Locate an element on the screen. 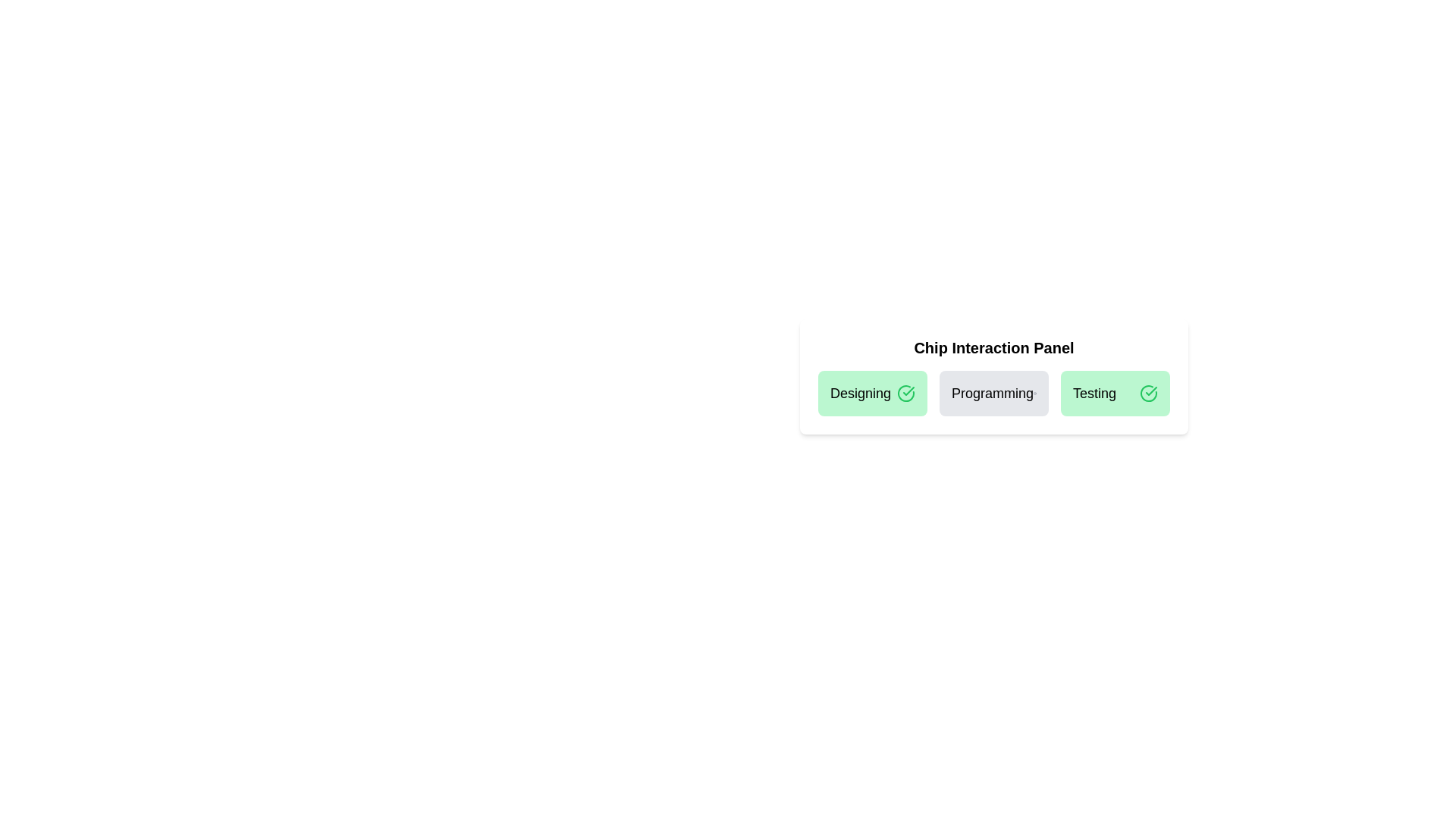 Image resolution: width=1456 pixels, height=819 pixels. the chip labeled Programming is located at coordinates (993, 393).